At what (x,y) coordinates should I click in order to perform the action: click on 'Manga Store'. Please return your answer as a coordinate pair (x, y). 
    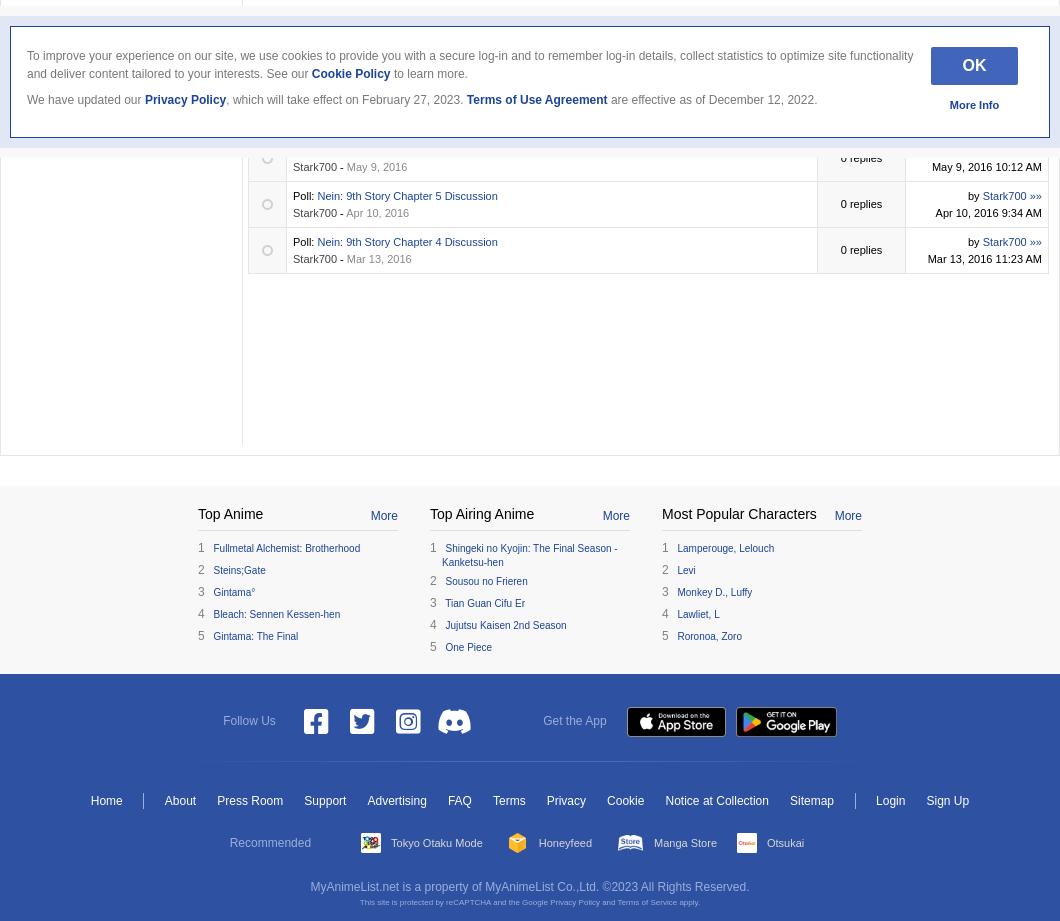
    Looking at the image, I should click on (684, 840).